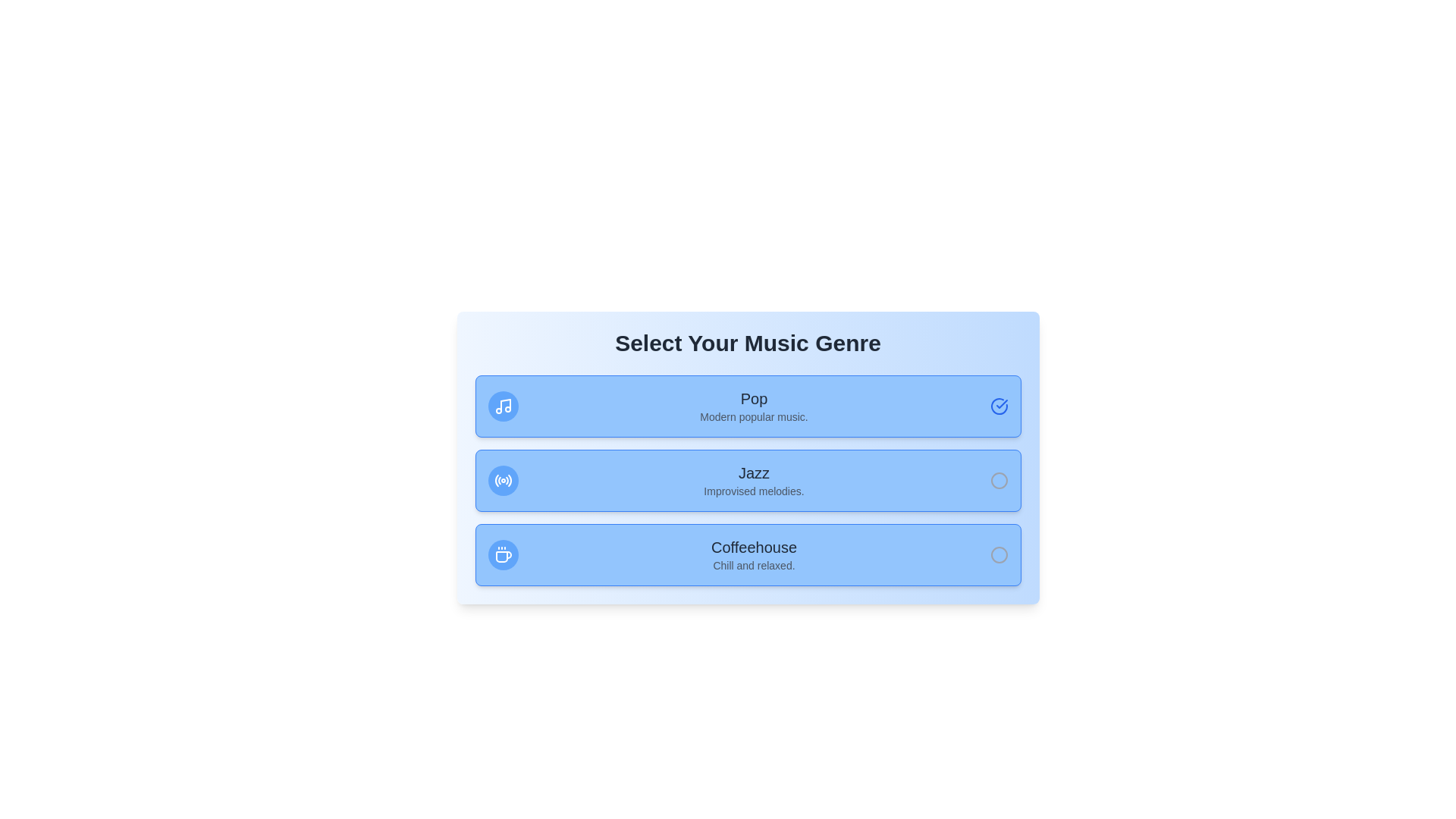 This screenshot has width=1456, height=819. I want to click on the third selectable indicator (radio button) for the 'Coffeehouse' genre to toggle its selection state, so click(999, 555).